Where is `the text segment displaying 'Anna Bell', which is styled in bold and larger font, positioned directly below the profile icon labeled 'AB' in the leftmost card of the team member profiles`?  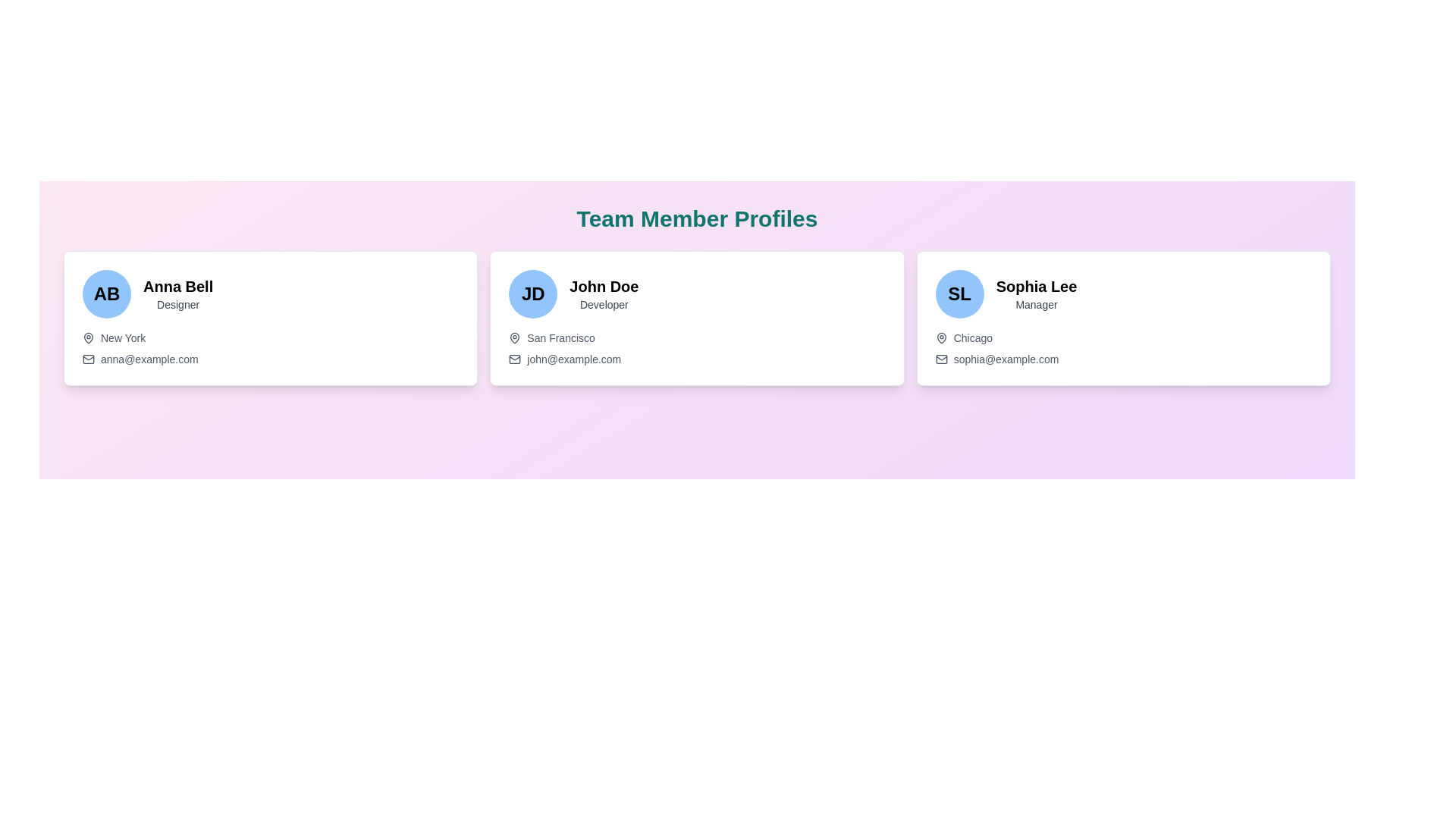
the text segment displaying 'Anna Bell', which is styled in bold and larger font, positioned directly below the profile icon labeled 'AB' in the leftmost card of the team member profiles is located at coordinates (178, 287).